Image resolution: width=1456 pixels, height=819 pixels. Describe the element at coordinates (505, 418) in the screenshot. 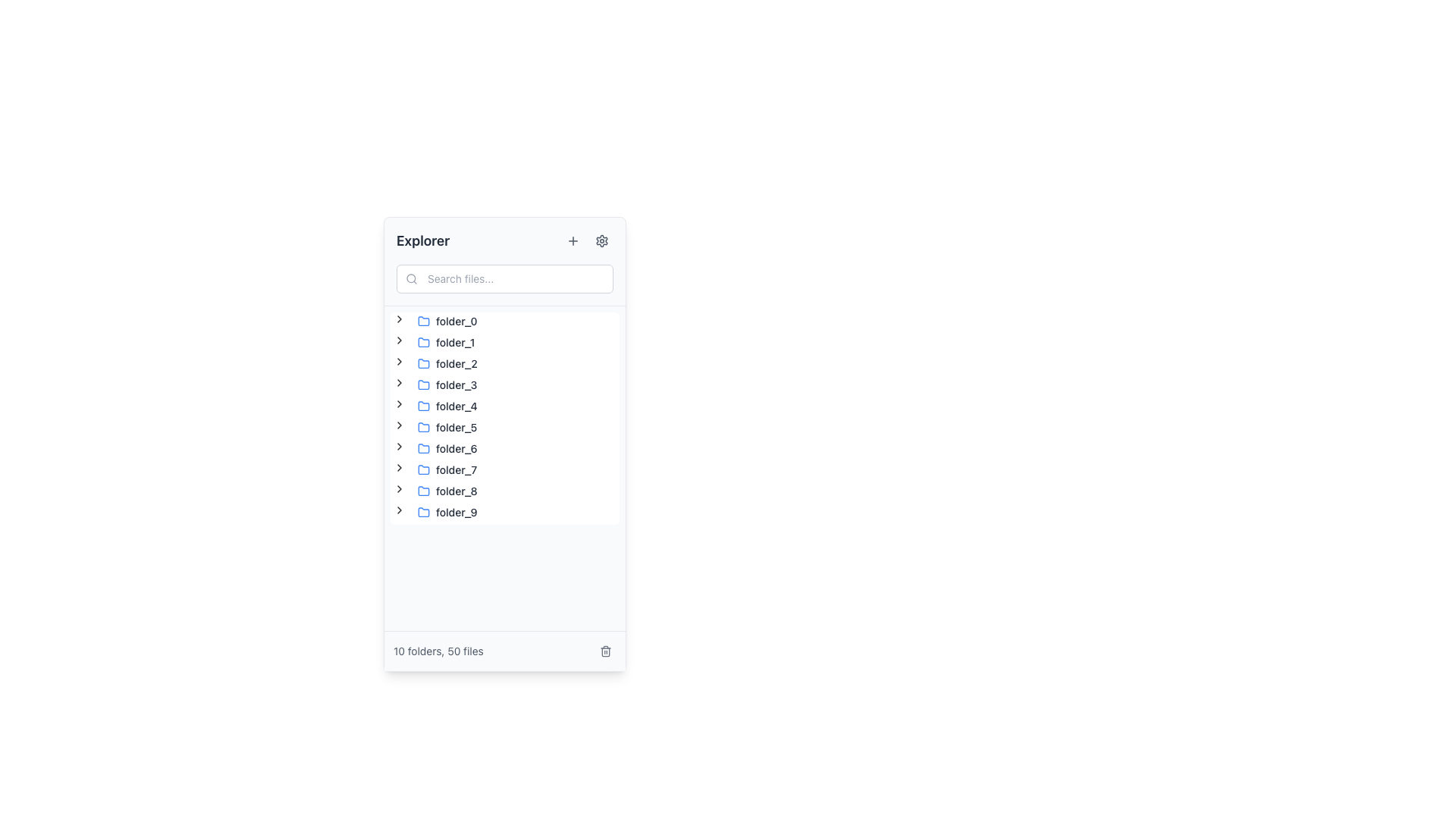

I see `the folder` at that location.